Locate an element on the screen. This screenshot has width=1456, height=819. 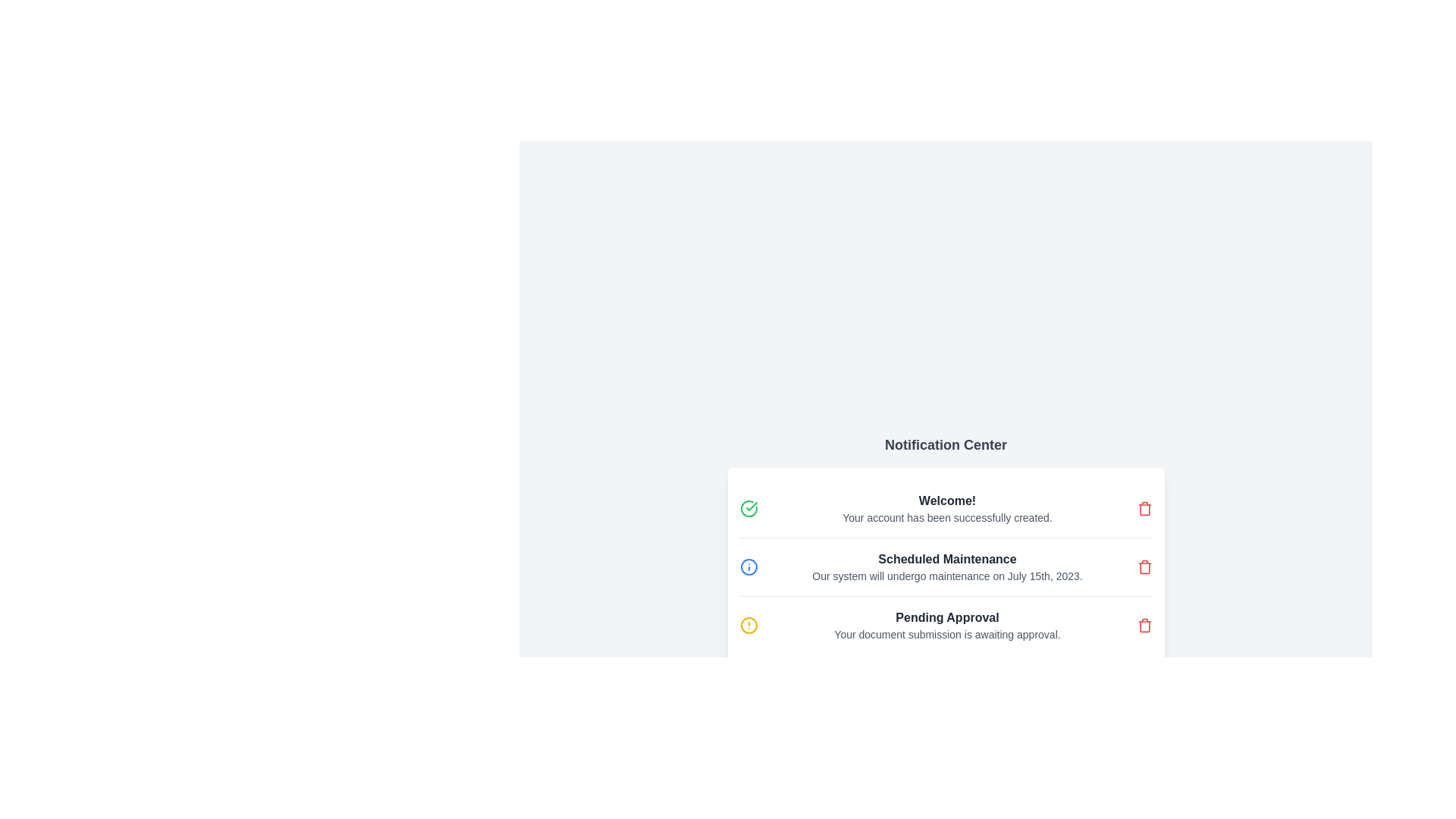
the blue circular information icon located to the left of the 'Scheduled Maintenance' notification in the middle of the Notification Center is located at coordinates (748, 567).